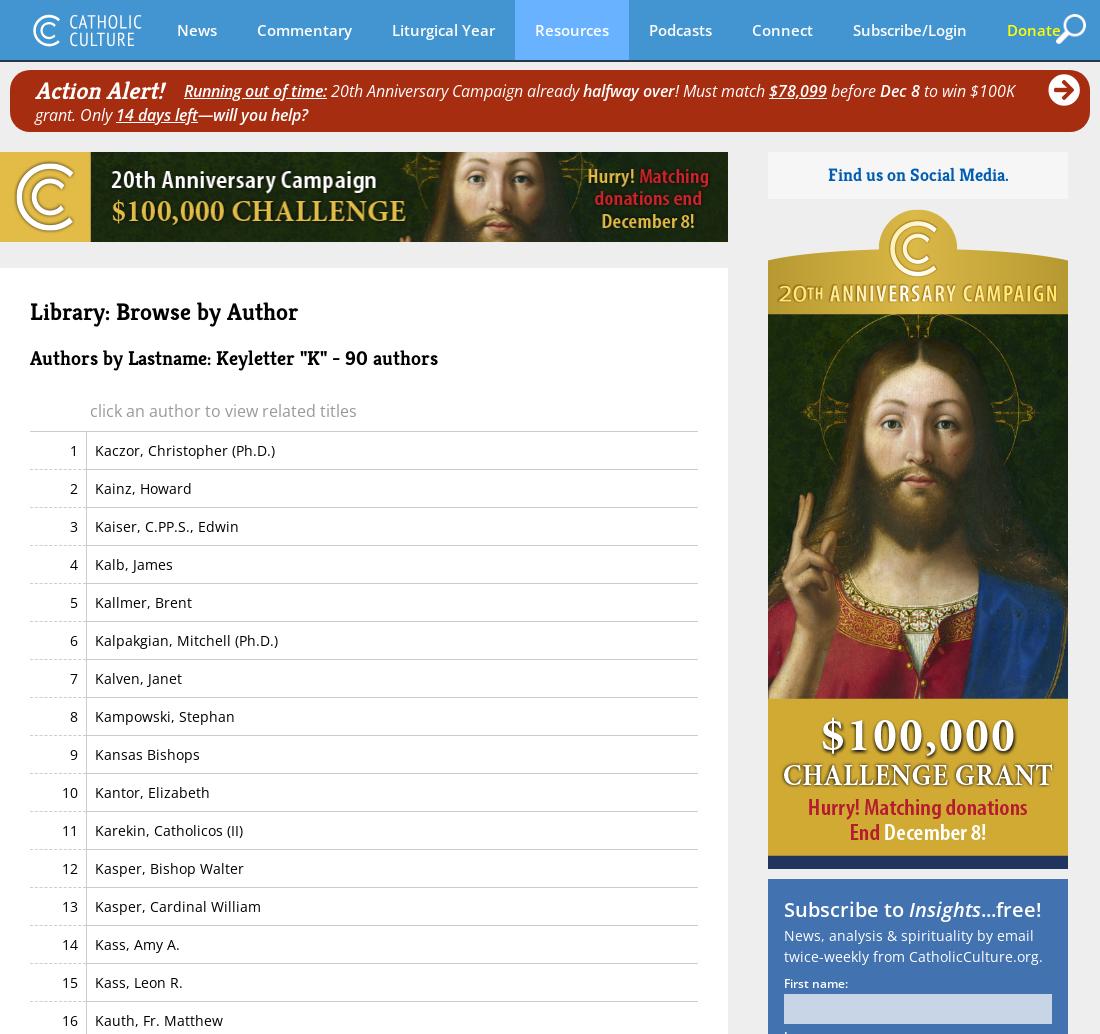 Image resolution: width=1100 pixels, height=1034 pixels. I want to click on 'Subscribe to', so click(783, 908).